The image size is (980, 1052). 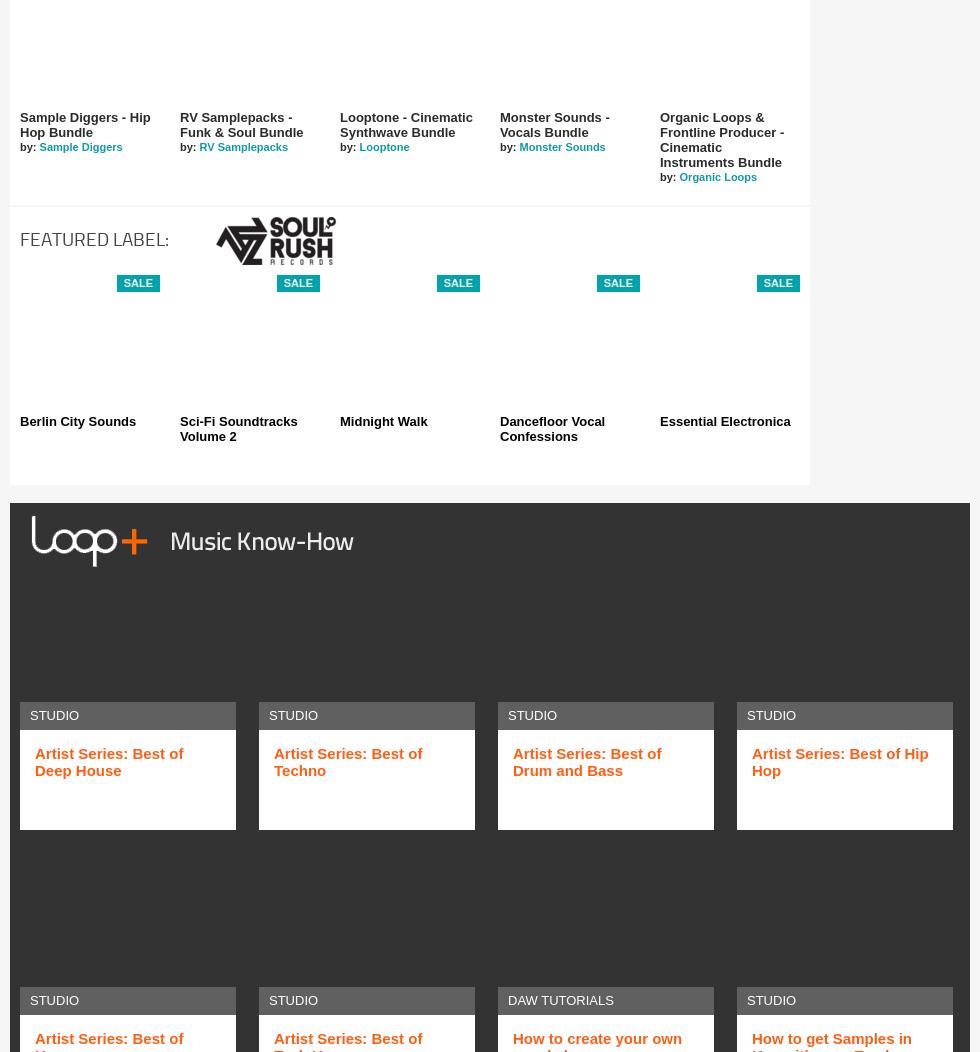 What do you see at coordinates (108, 760) in the screenshot?
I see `'Artist Series: Best of Deep House'` at bounding box center [108, 760].